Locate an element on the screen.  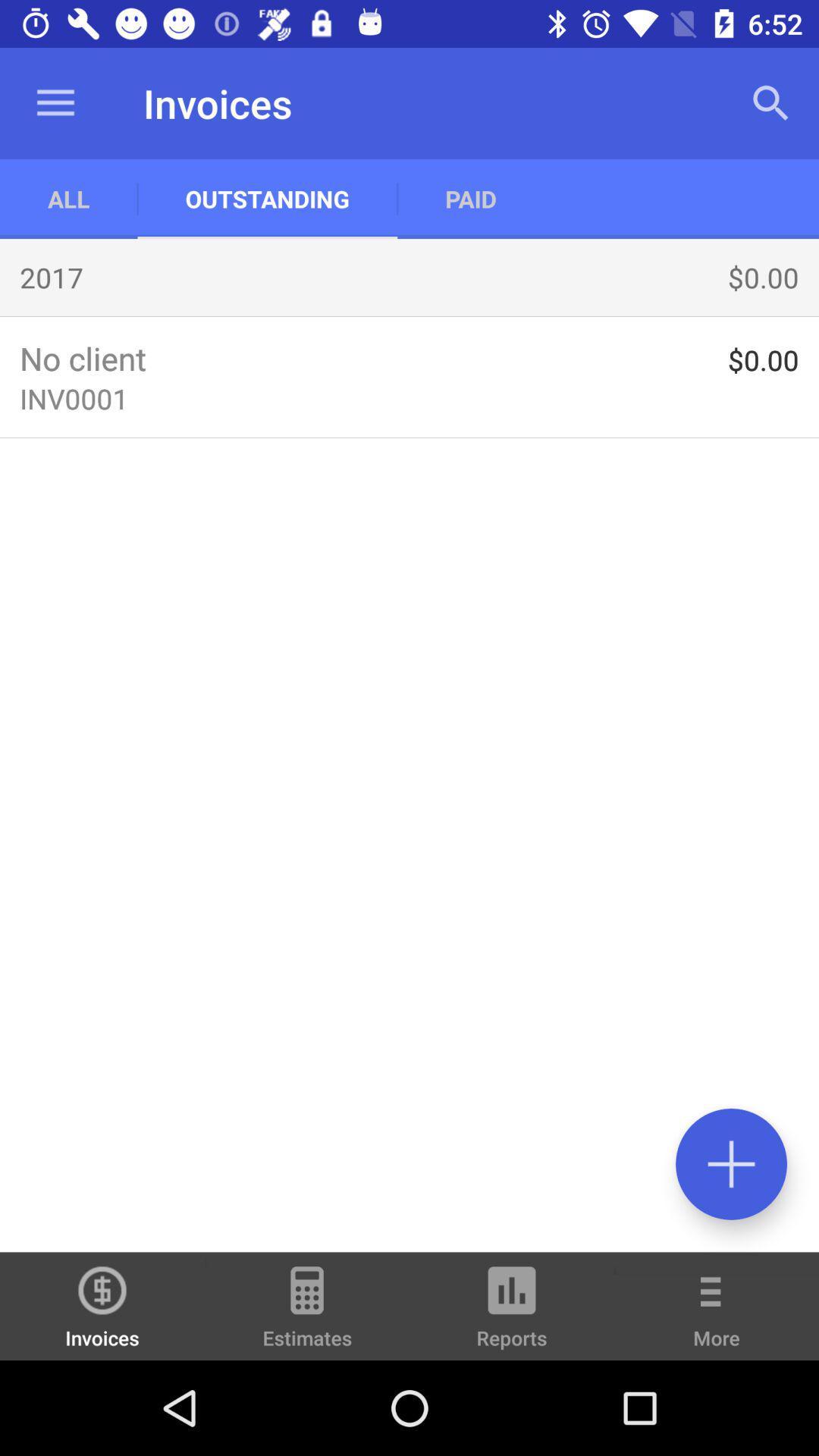
the item to the left of paid is located at coordinates (266, 198).